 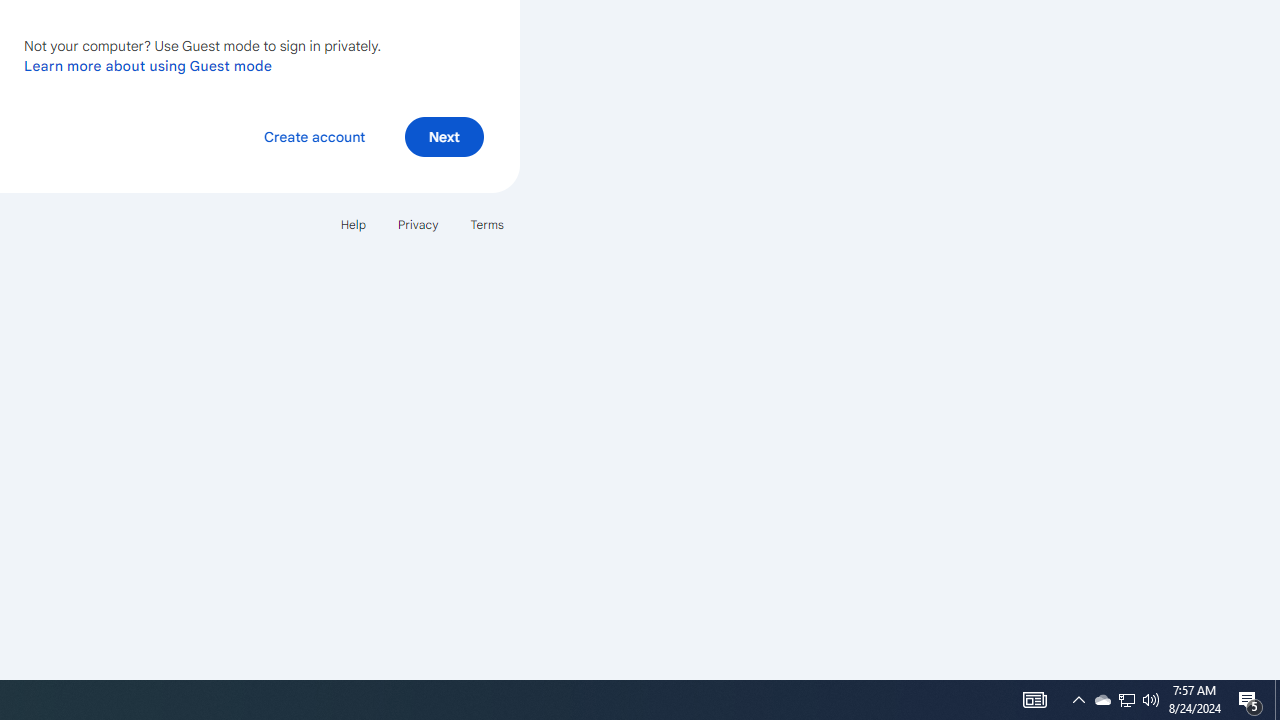 I want to click on 'Help', so click(x=352, y=224).